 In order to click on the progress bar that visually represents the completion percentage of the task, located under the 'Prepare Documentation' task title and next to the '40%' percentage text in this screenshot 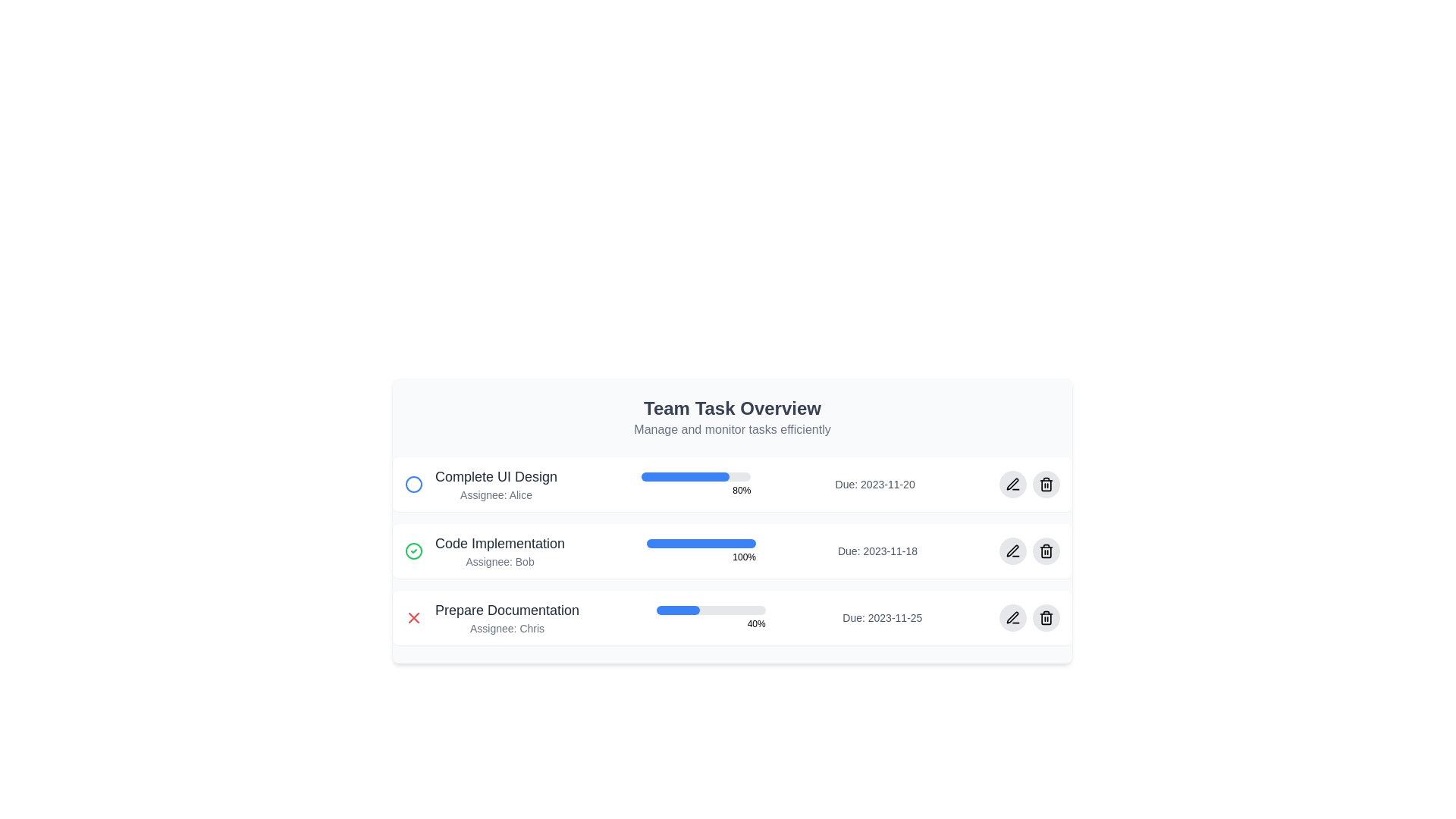, I will do `click(710, 617)`.